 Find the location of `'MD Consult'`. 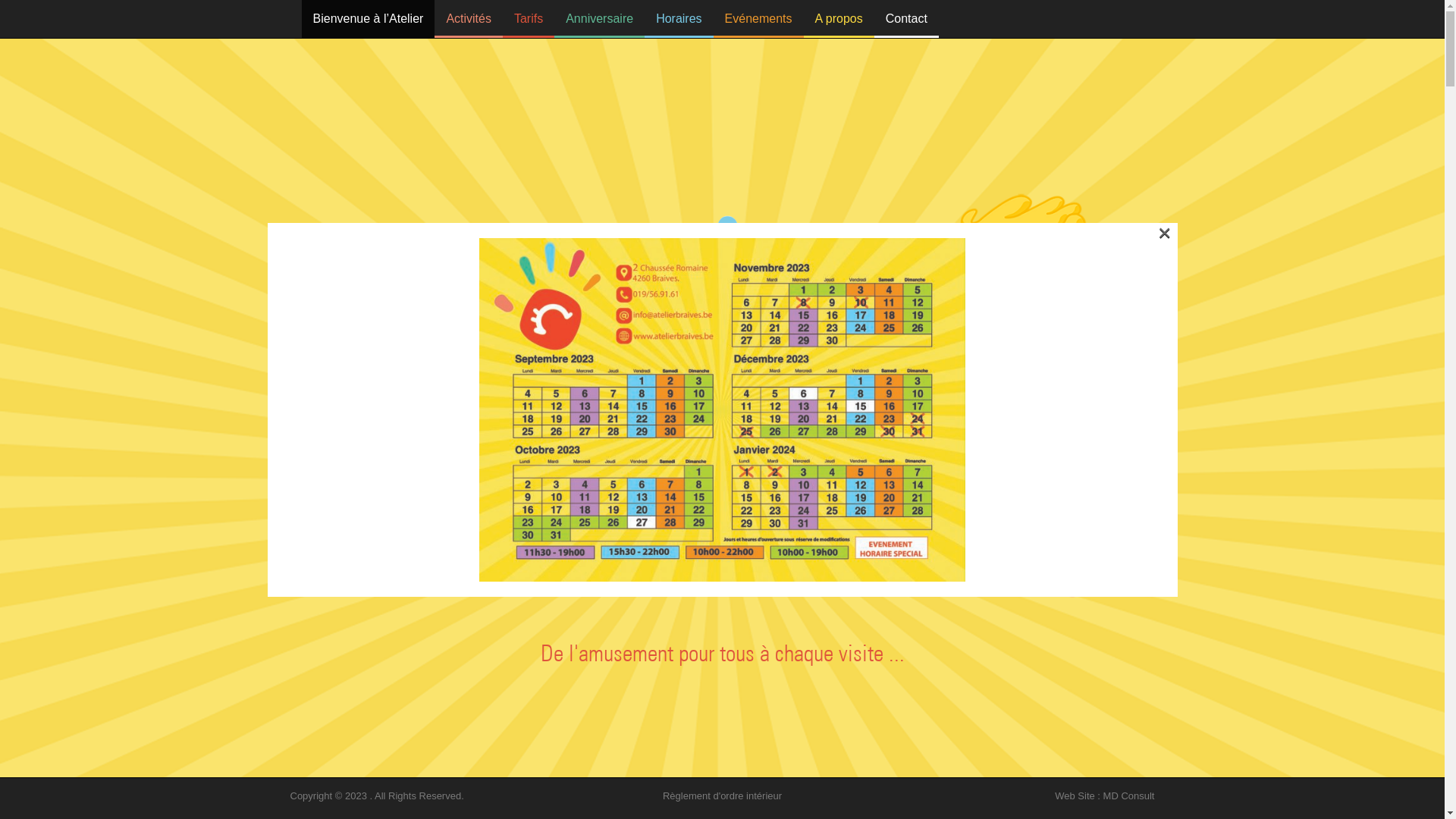

'MD Consult' is located at coordinates (1128, 795).